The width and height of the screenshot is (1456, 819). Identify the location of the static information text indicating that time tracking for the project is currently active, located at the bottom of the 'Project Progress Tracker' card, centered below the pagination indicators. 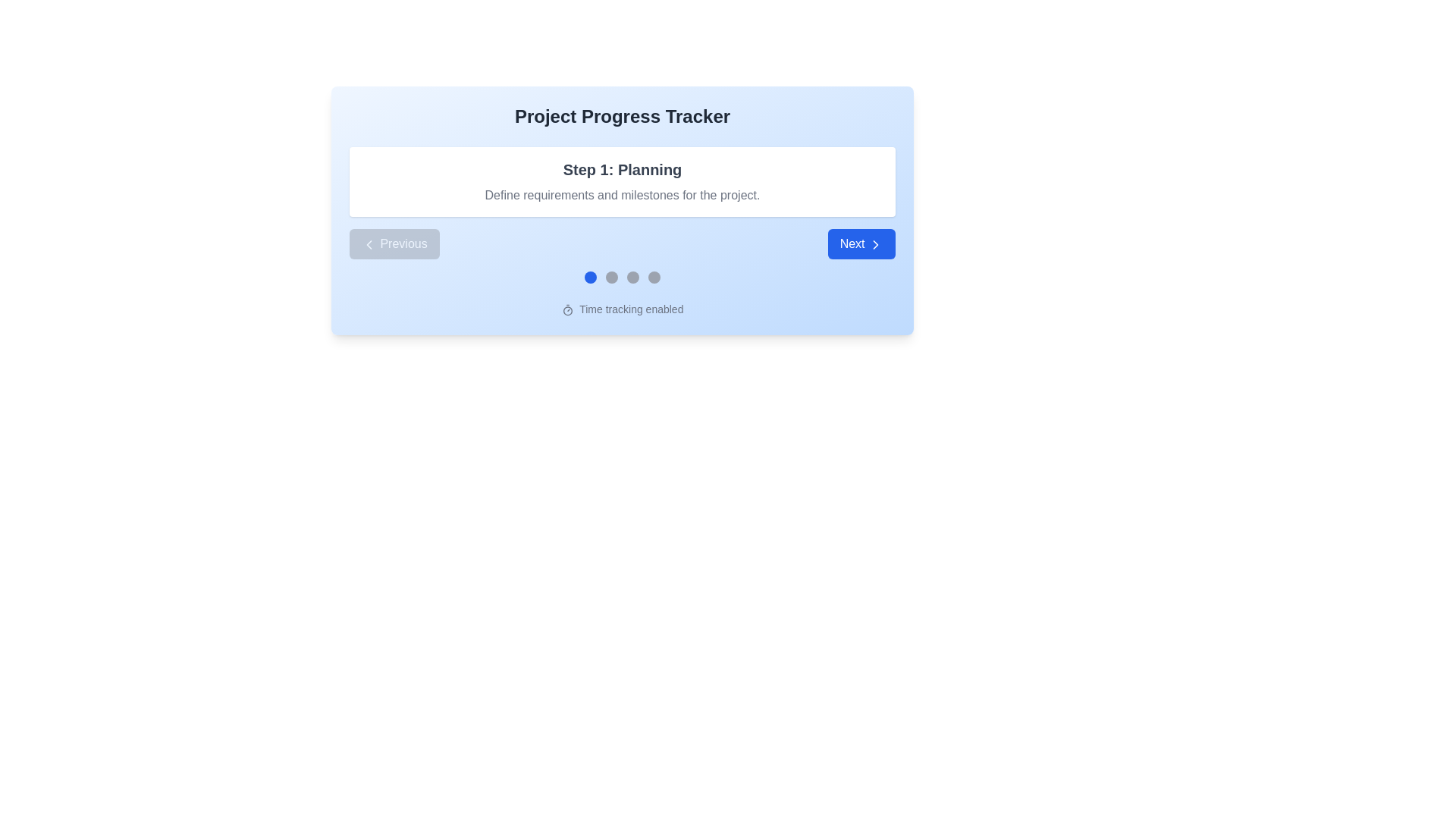
(622, 309).